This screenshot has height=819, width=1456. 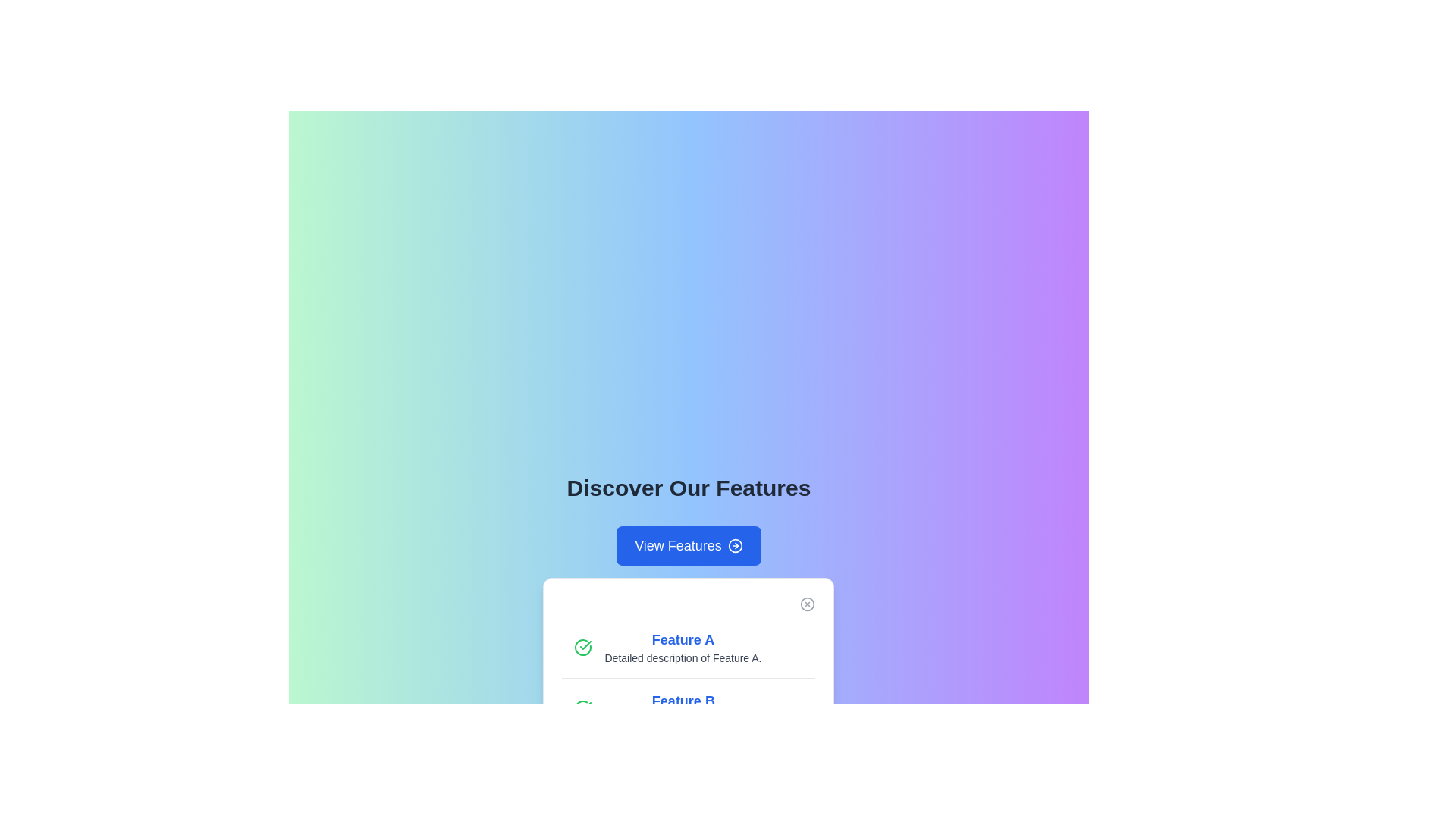 I want to click on the decorative SVG circle element that is part of a graphical icon in the top-right corner of a card, which represents a dismiss action, so click(x=807, y=604).